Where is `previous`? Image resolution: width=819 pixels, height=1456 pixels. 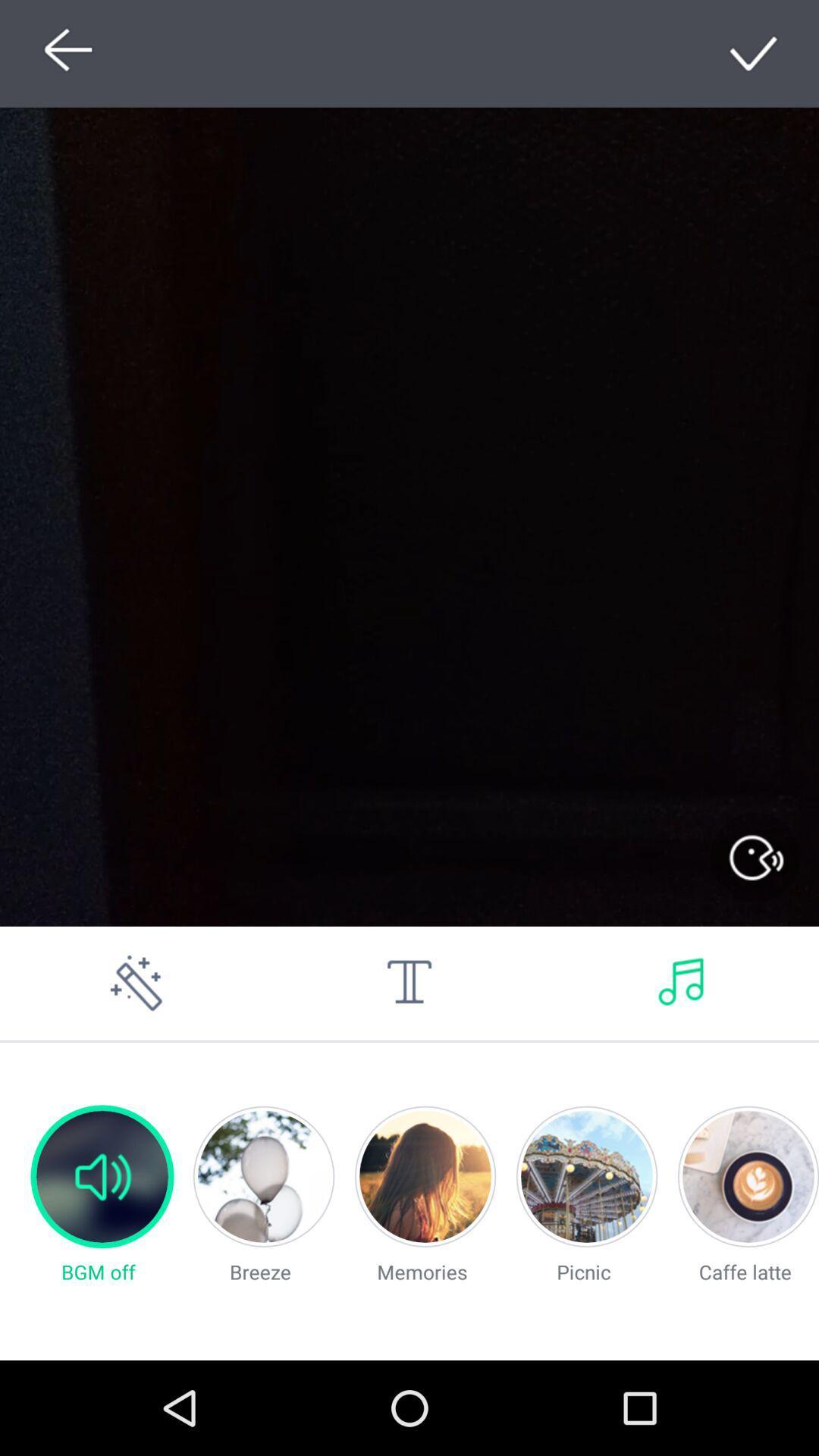
previous is located at coordinates (63, 53).